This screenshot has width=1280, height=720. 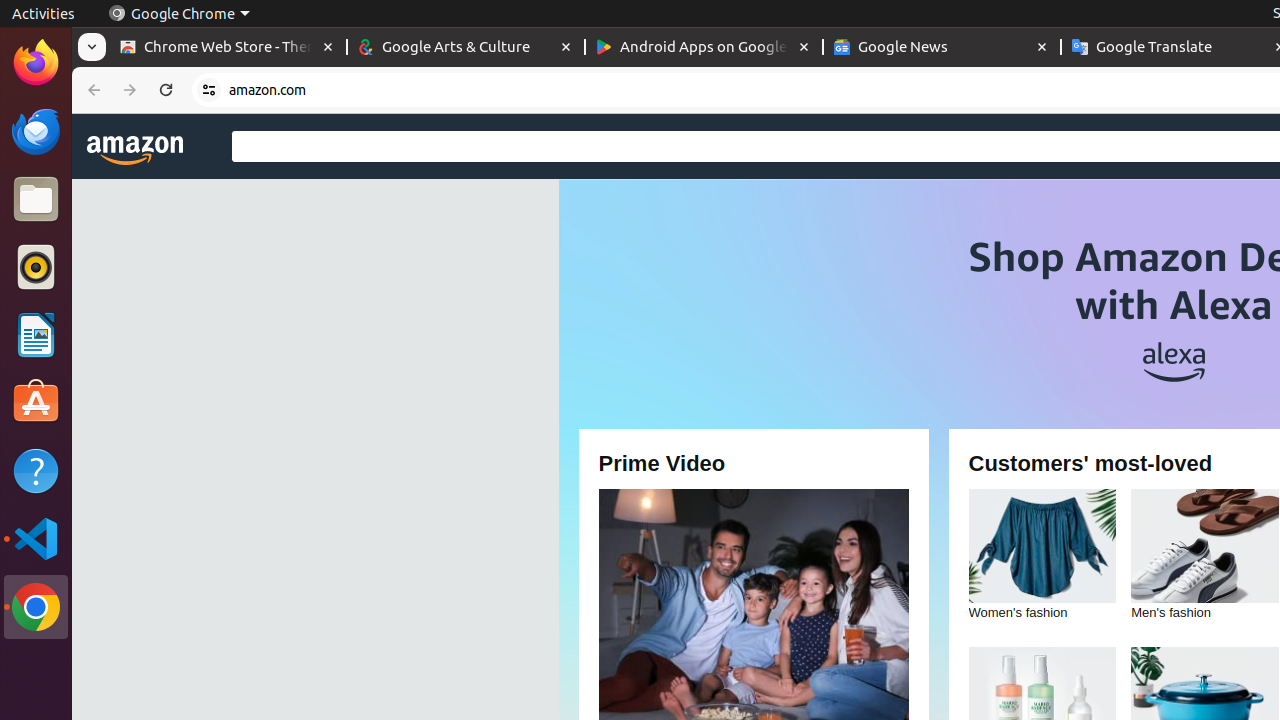 What do you see at coordinates (129, 90) in the screenshot?
I see `'Forward'` at bounding box center [129, 90].